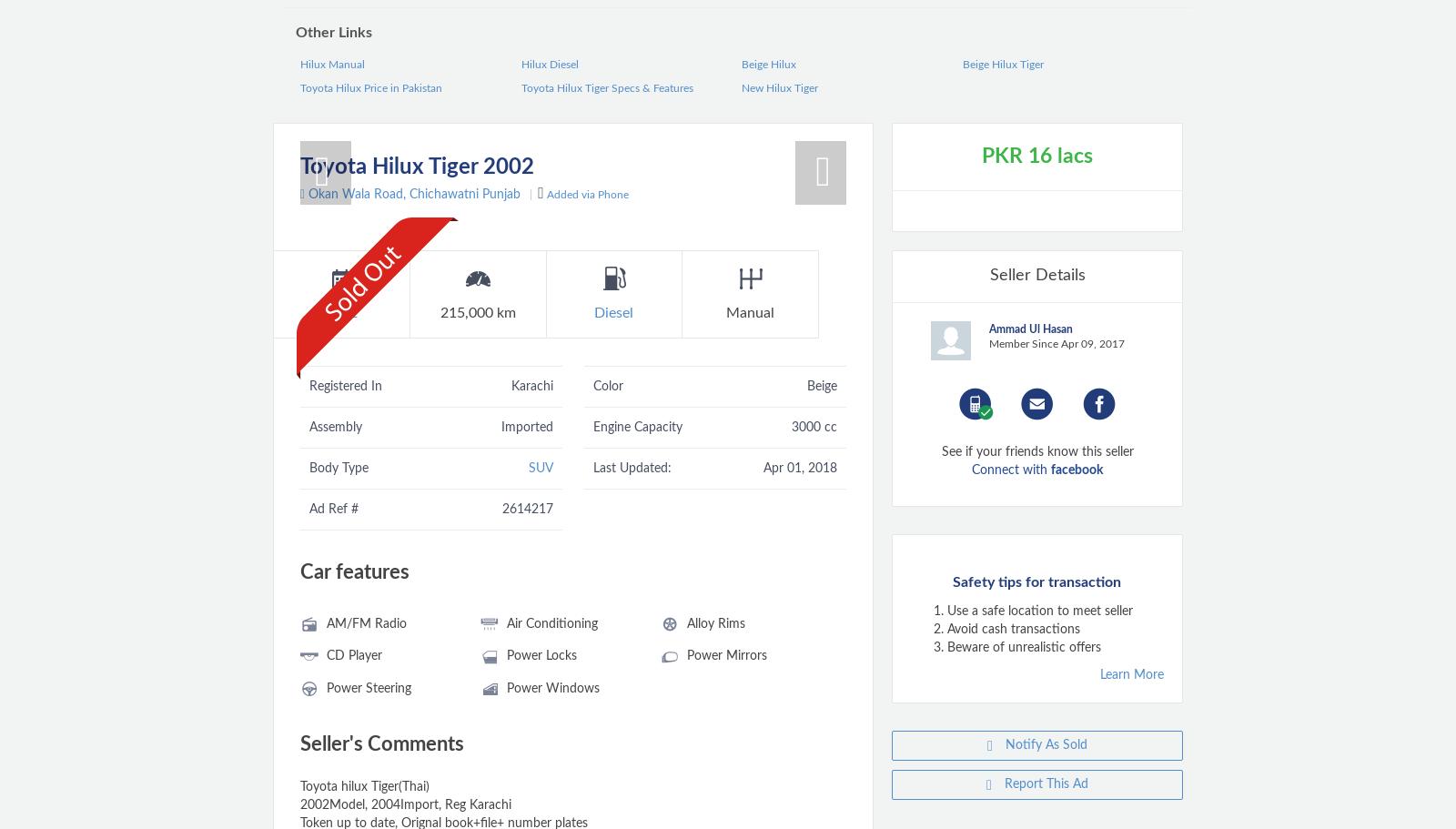 The width and height of the screenshot is (1456, 829). Describe the element at coordinates (335, 425) in the screenshot. I see `'Assembly'` at that location.